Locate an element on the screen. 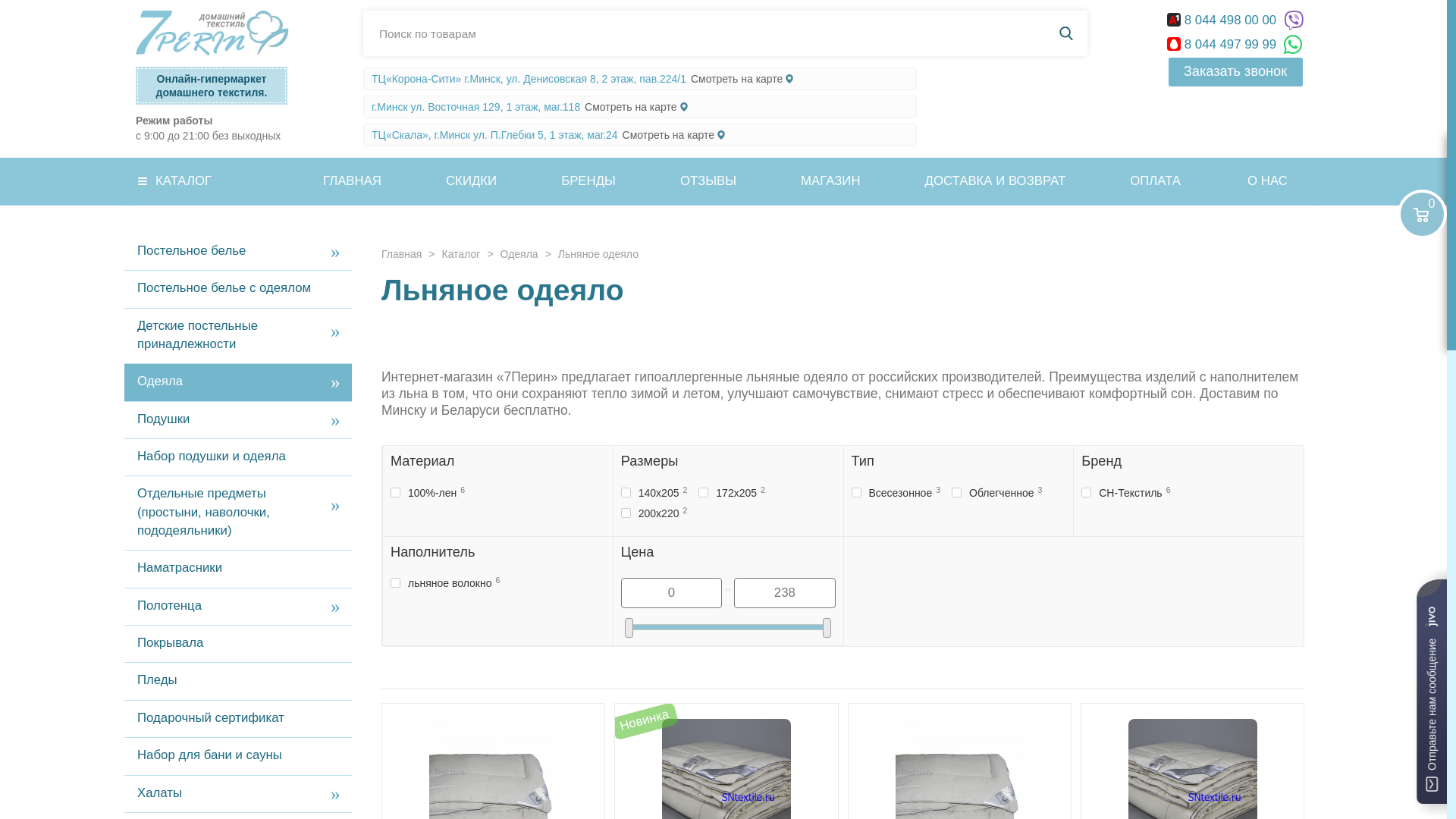 Image resolution: width=1456 pixels, height=819 pixels. '8 044 497 99 99' is located at coordinates (1223, 43).